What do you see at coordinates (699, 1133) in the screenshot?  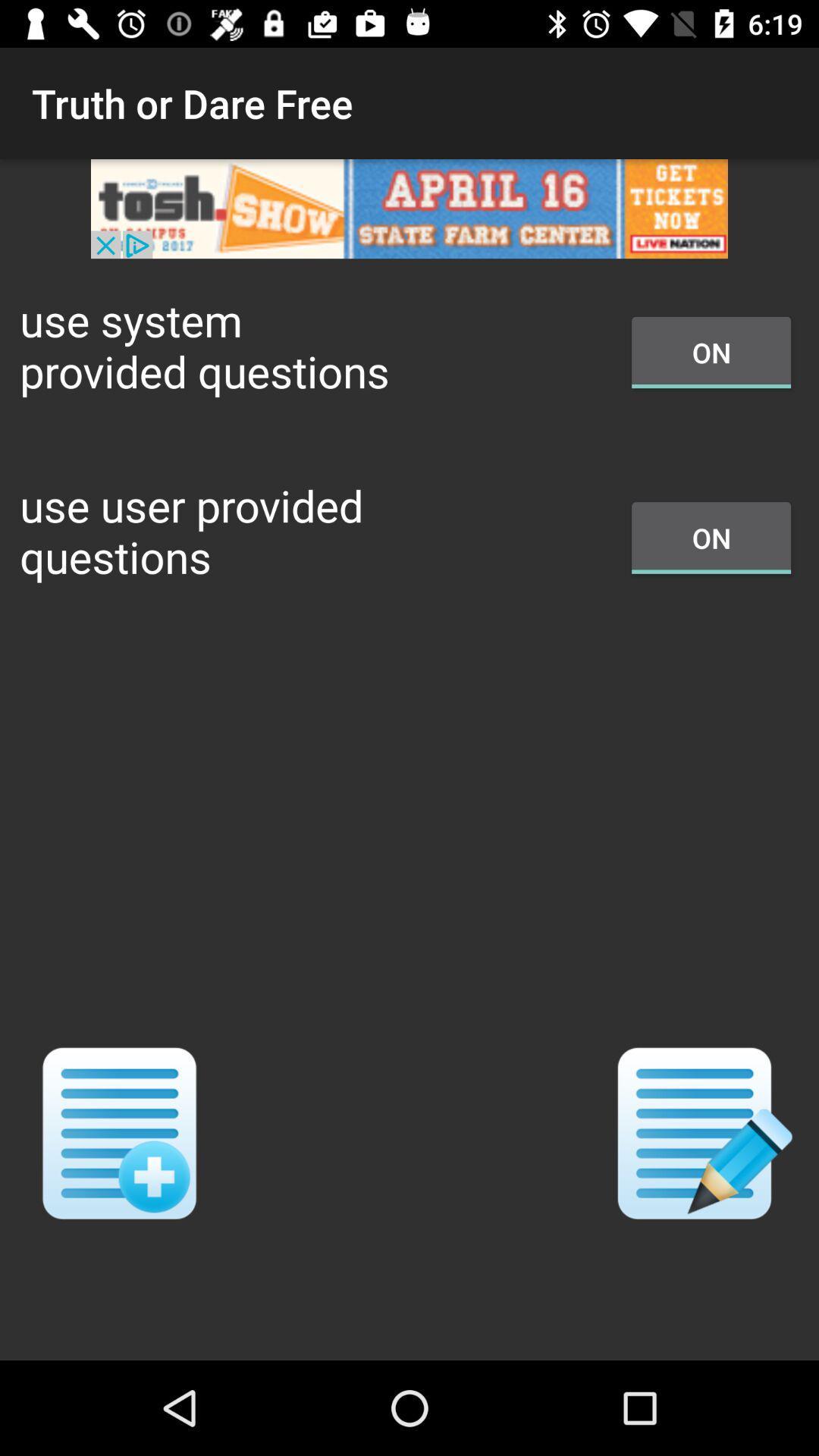 I see `fill in` at bounding box center [699, 1133].